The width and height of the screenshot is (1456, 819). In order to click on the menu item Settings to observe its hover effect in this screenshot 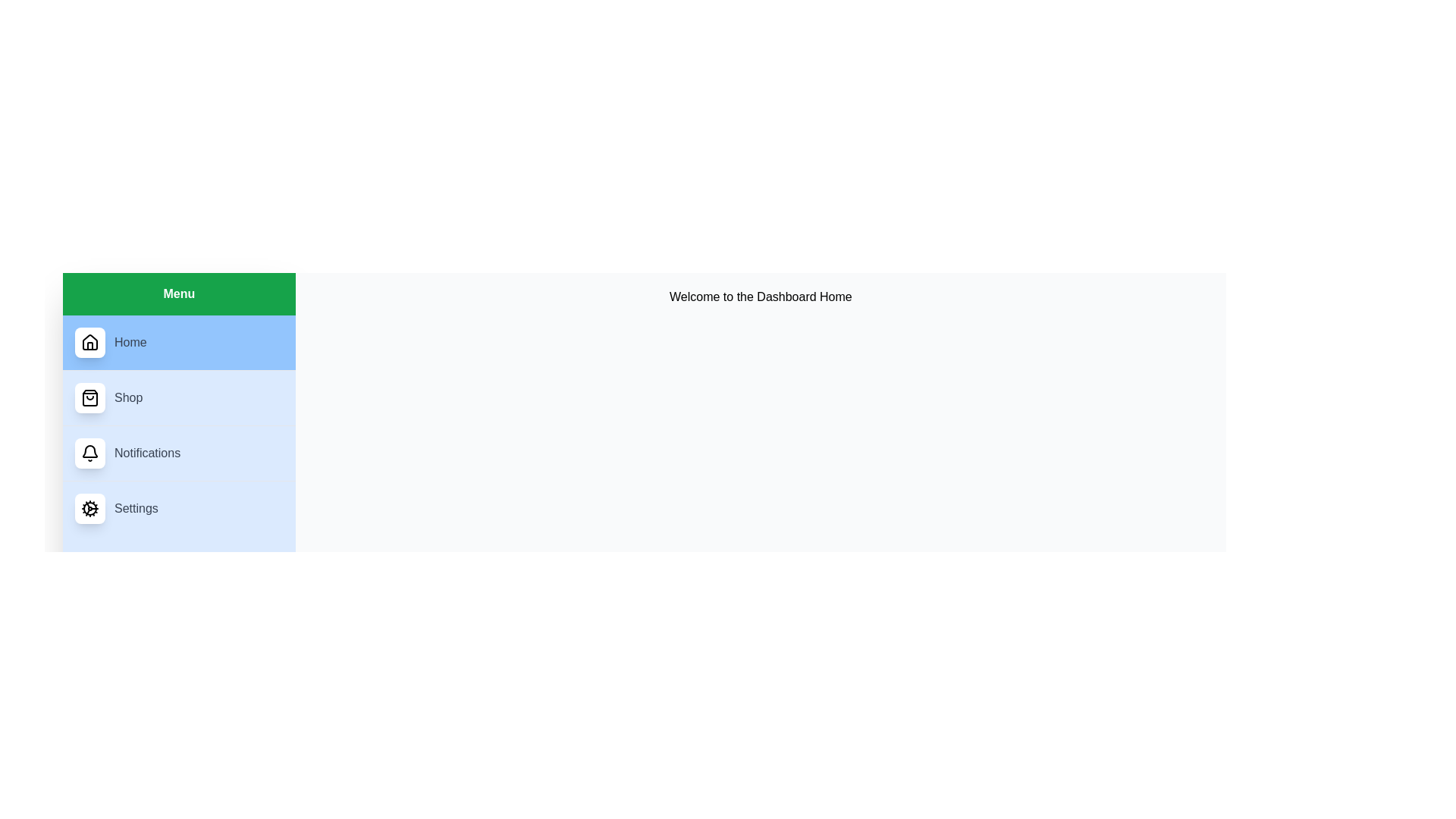, I will do `click(178, 508)`.